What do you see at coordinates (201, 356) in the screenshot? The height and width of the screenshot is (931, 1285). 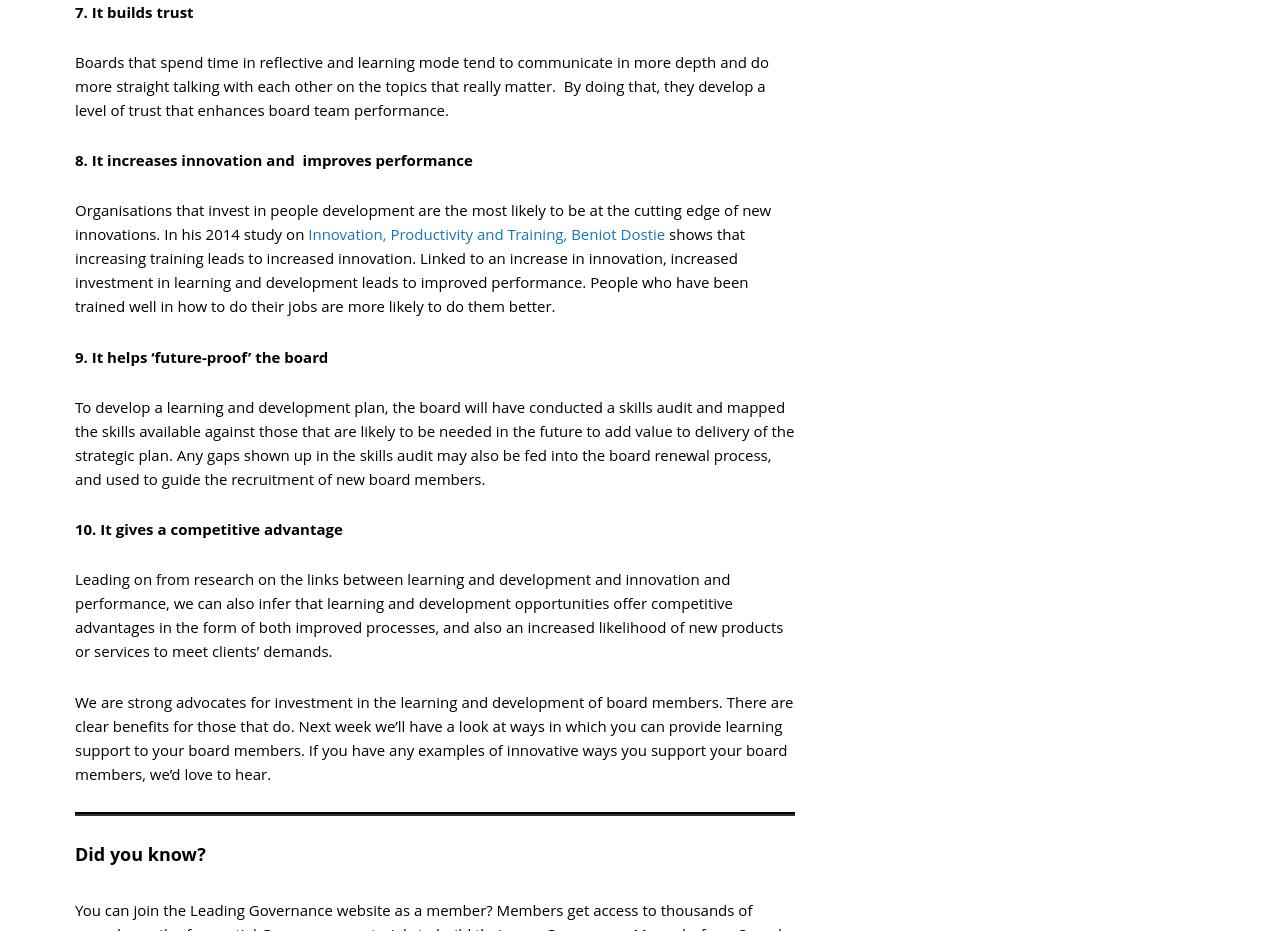 I see `'9. It helps ‘future-proof’ the board'` at bounding box center [201, 356].